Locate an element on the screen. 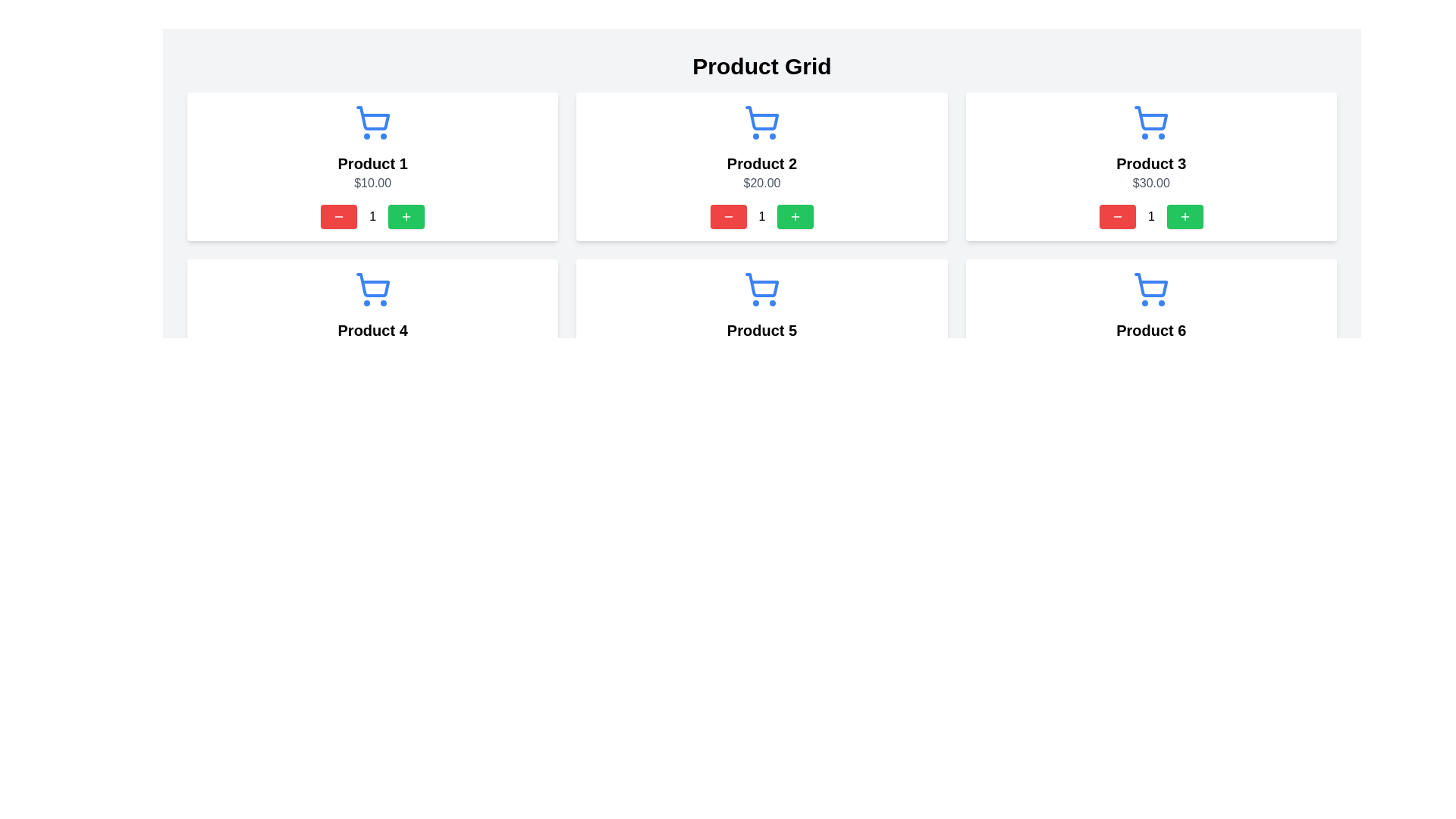 The image size is (1456, 819). the decorative graphical component of the shopping cart icon for 'Product 1', which visually conveys the add-to-cart functionality, located centrally within the icon is located at coordinates (372, 118).